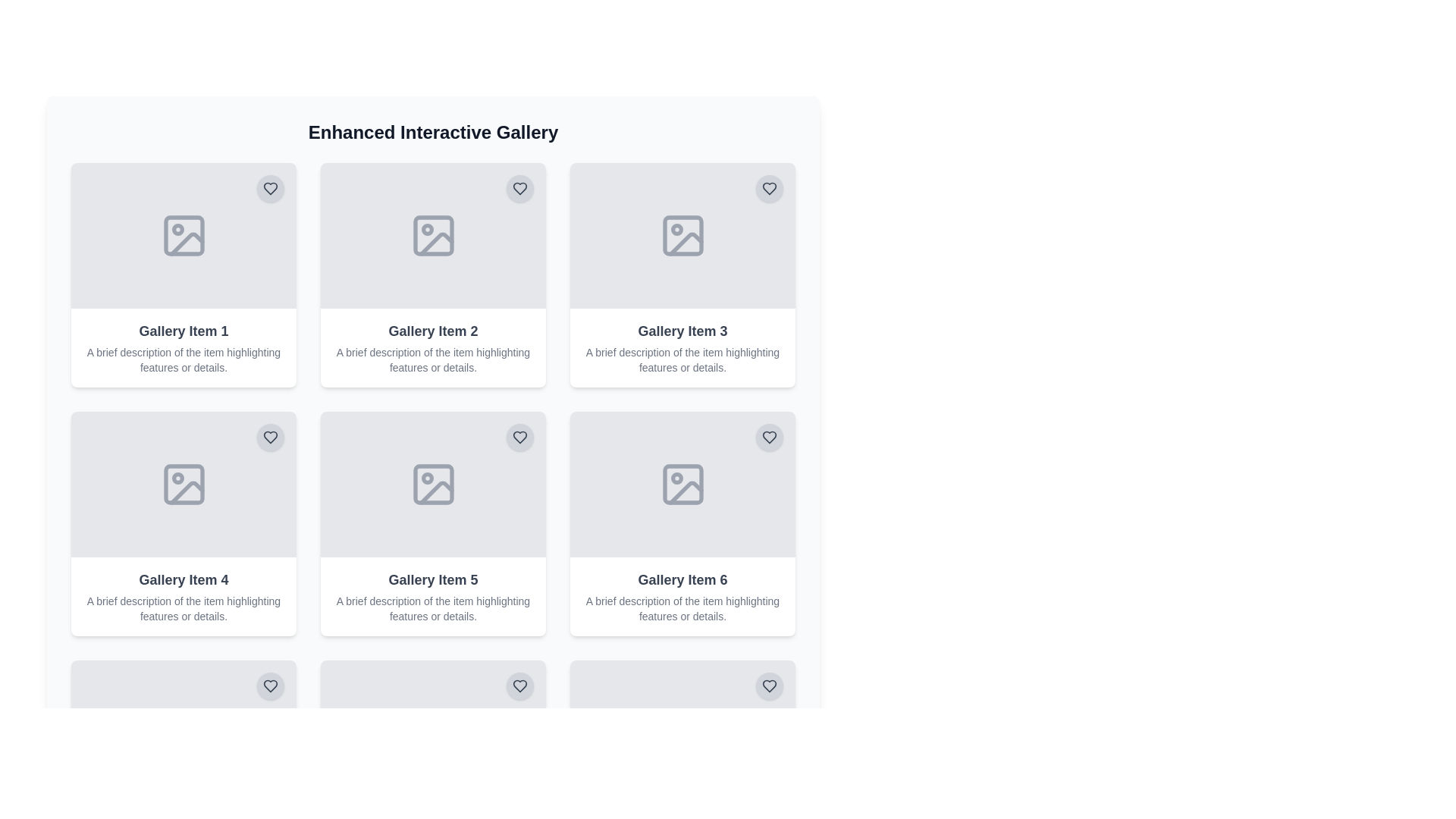  What do you see at coordinates (520, 438) in the screenshot?
I see `the heart-shaped favorite button located in the top-right corner of the 'Gallery Item 5' card to mark the item as favorite` at bounding box center [520, 438].